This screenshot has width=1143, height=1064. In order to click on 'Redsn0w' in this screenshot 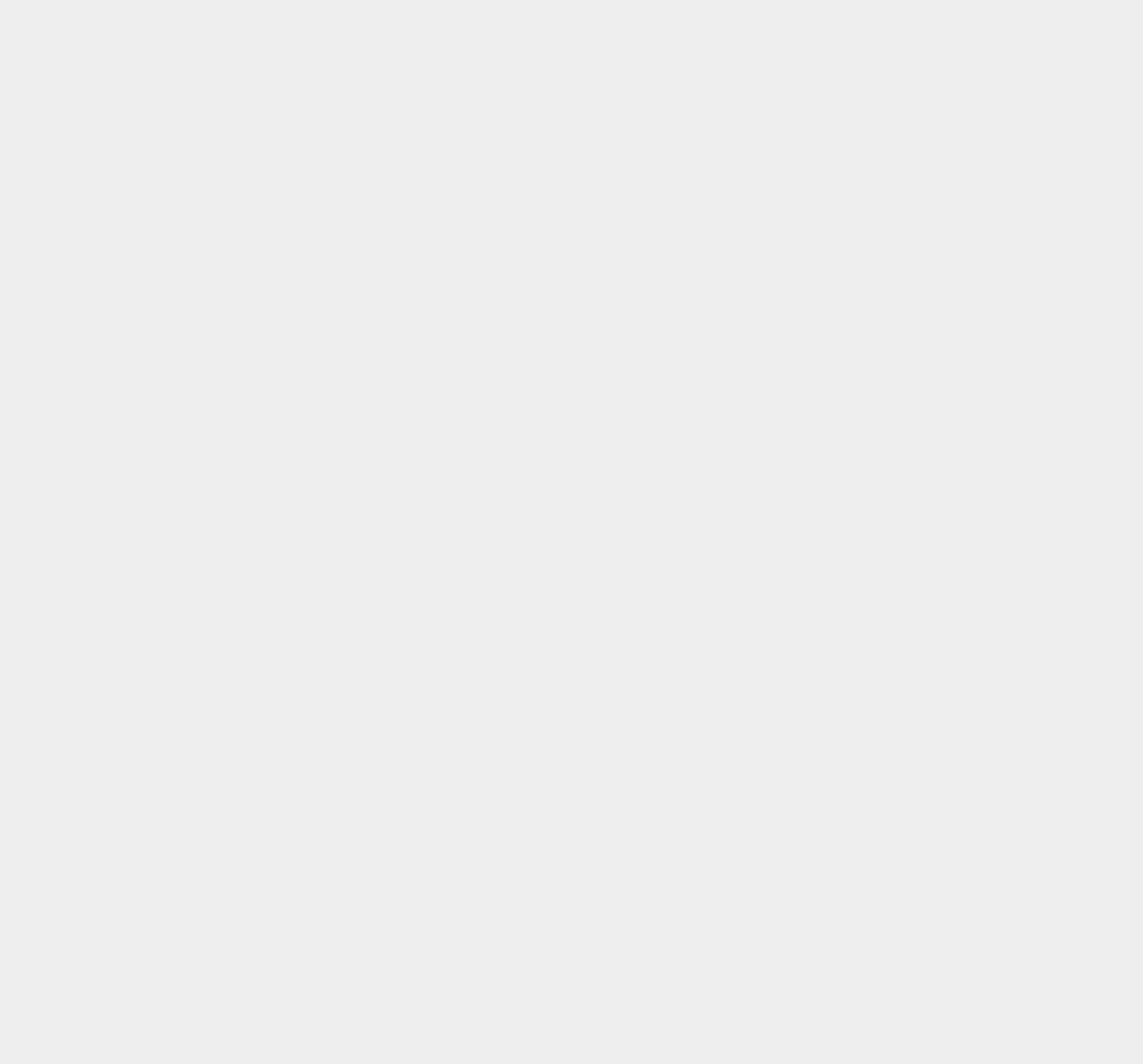, I will do `click(836, 902)`.